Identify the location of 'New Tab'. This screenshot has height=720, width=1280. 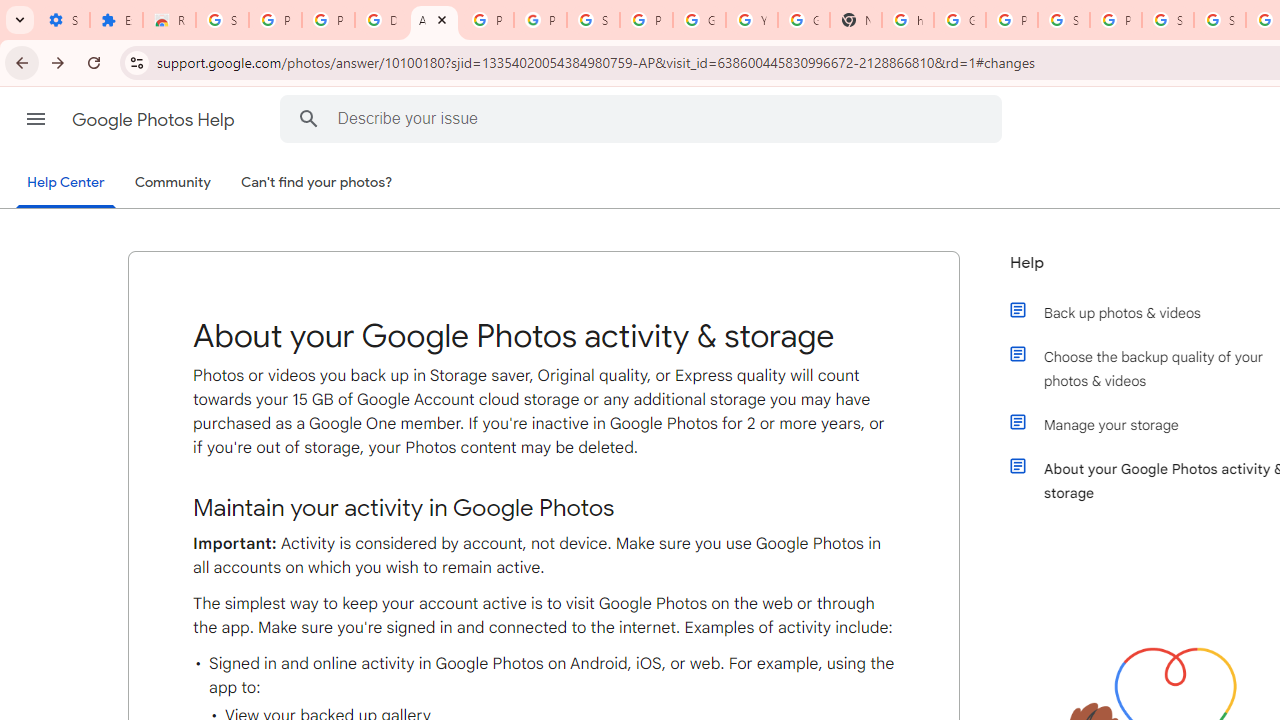
(855, 20).